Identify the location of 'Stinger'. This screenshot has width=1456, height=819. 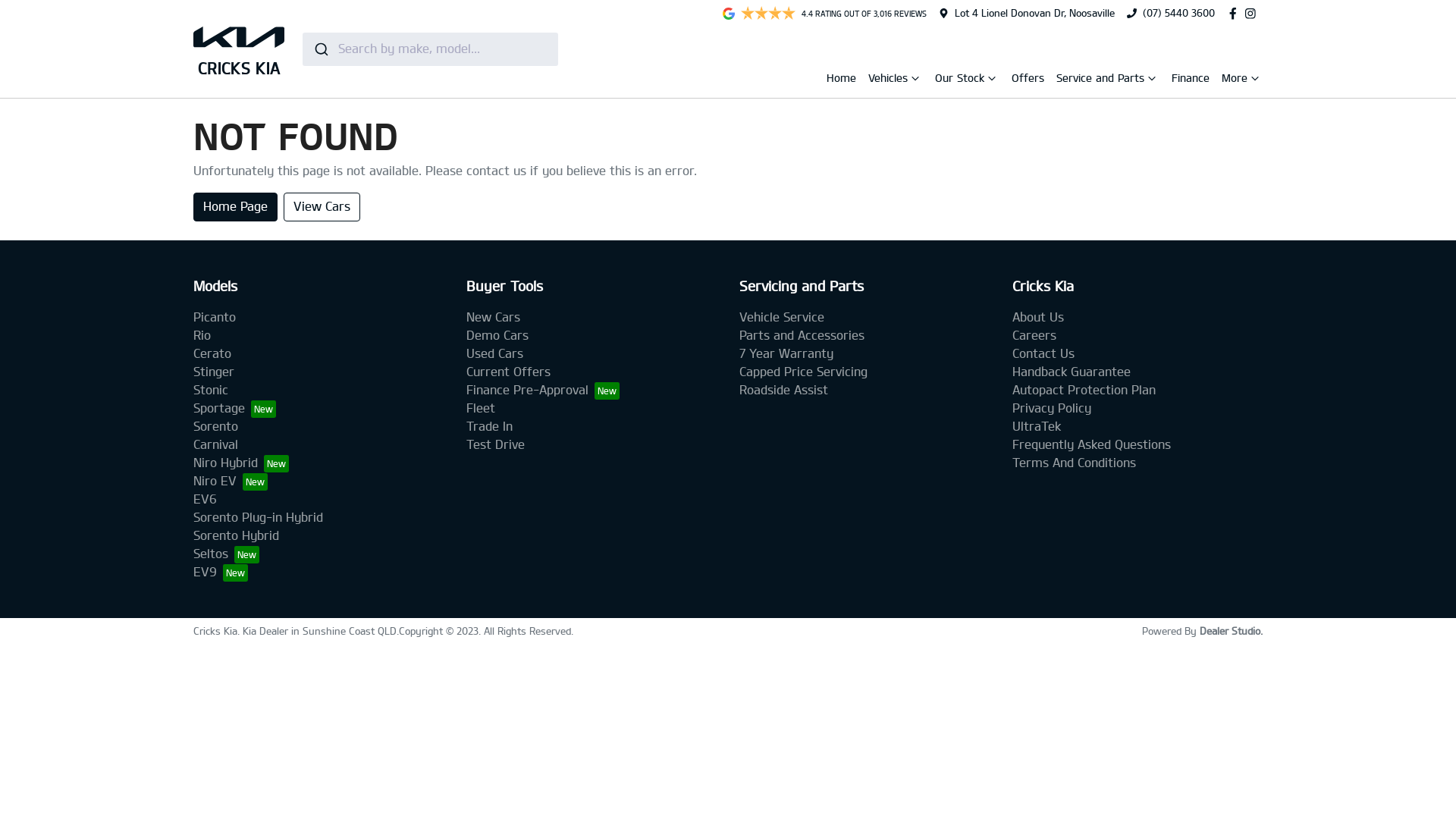
(213, 372).